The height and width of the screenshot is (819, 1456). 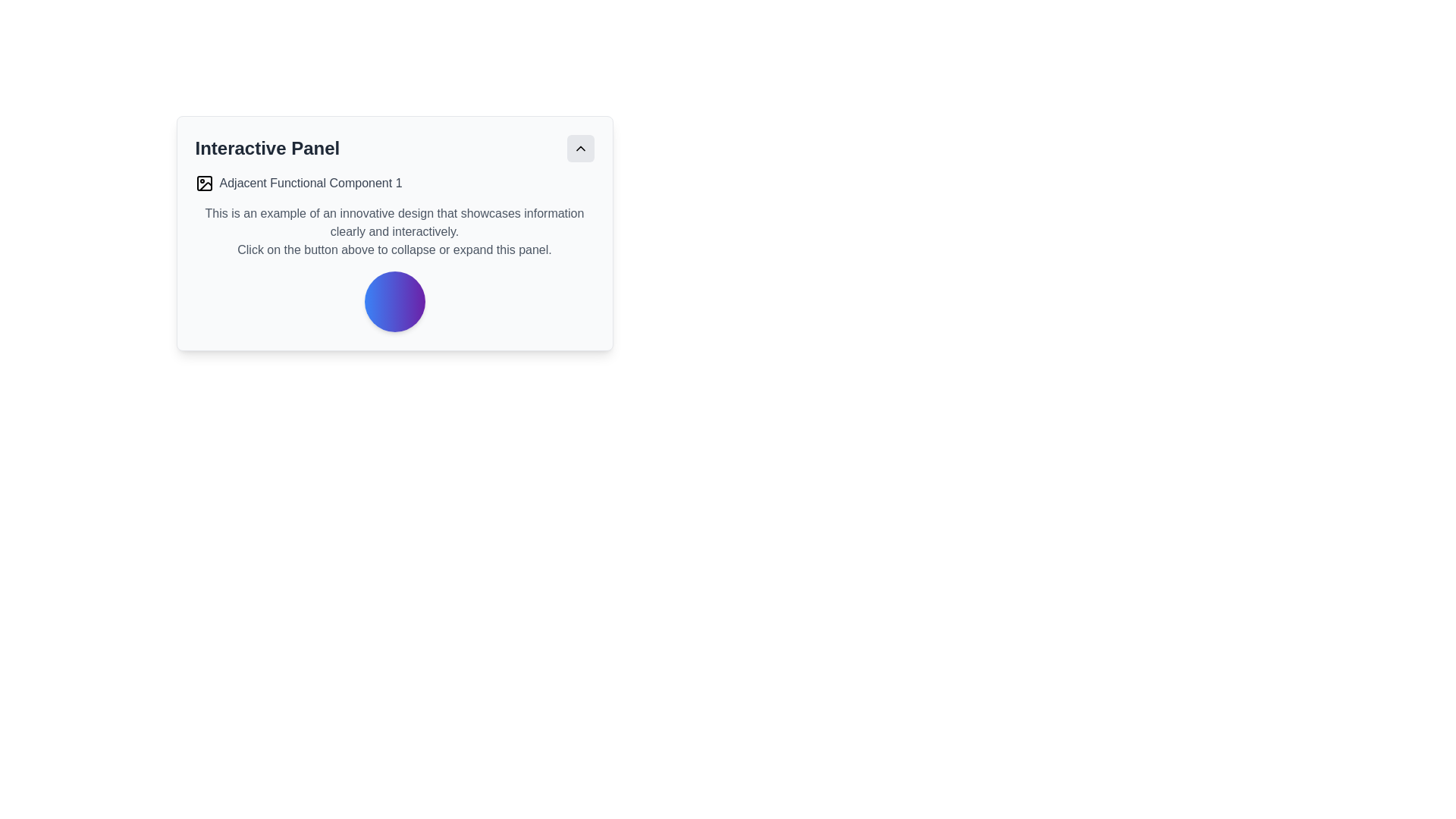 I want to click on the small, square-shaped button with rounded corners and a black upward-pointing chevron icon, located in the top-right corner of the 'Interactive Panel', so click(x=579, y=149).